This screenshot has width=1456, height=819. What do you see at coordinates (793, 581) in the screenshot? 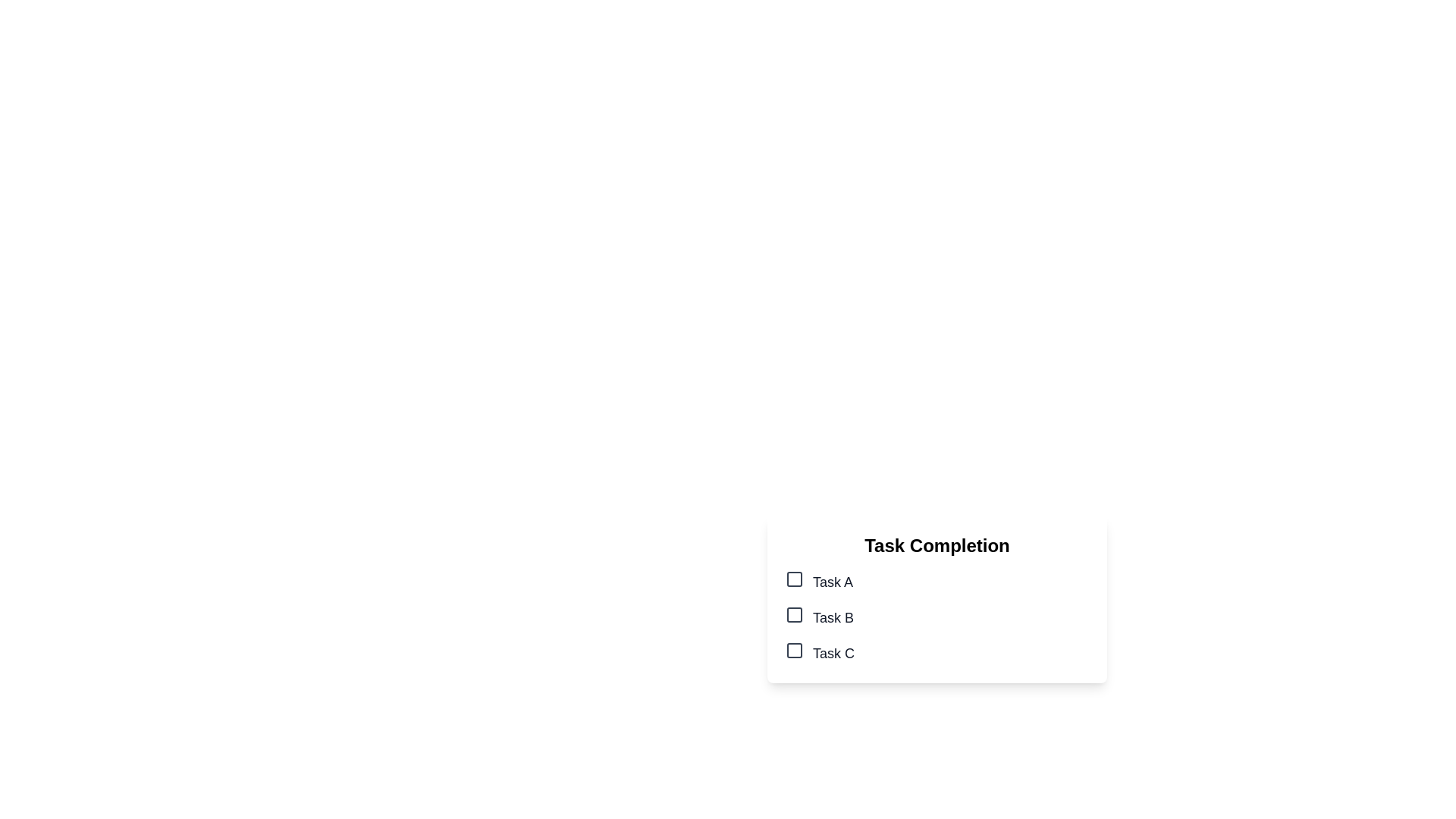
I see `the checkbox for 'Task A'` at bounding box center [793, 581].